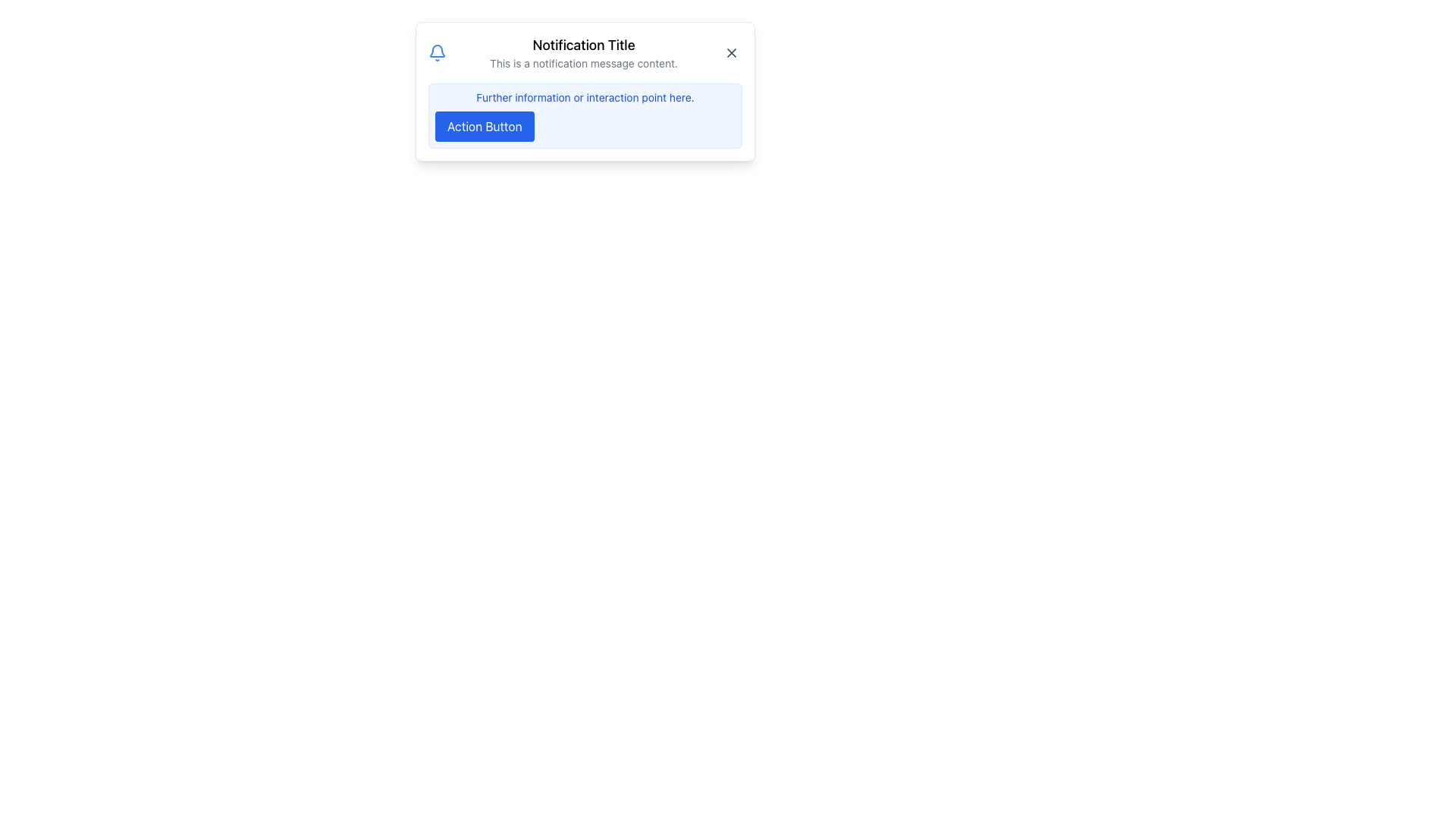 The width and height of the screenshot is (1456, 819). I want to click on the bell icon that signifies notifications, located to the left of 'Notification Title' and 'This is a notification message content.', so click(436, 52).